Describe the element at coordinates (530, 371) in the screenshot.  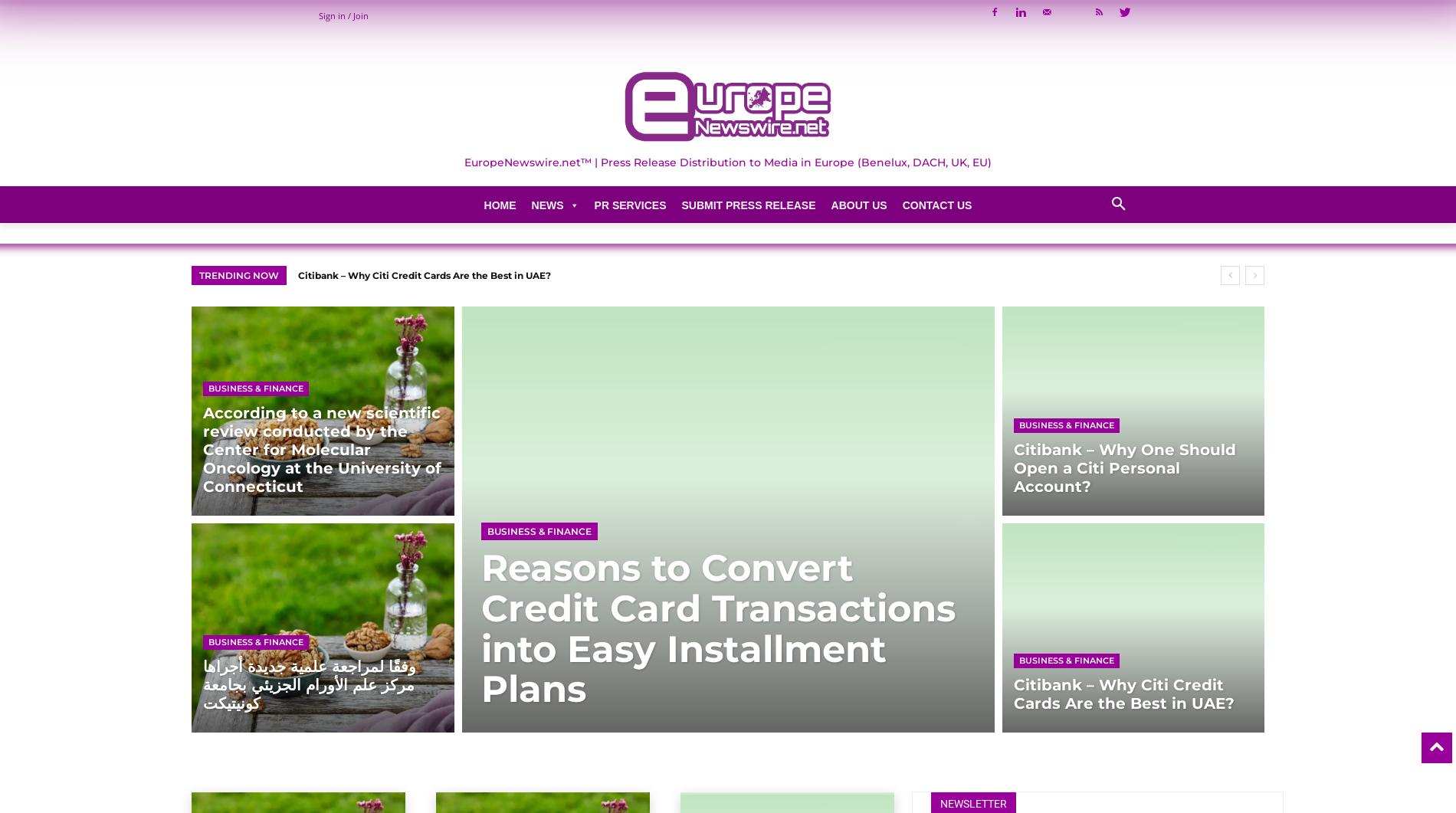
I see `'Conferences & Seminars'` at that location.